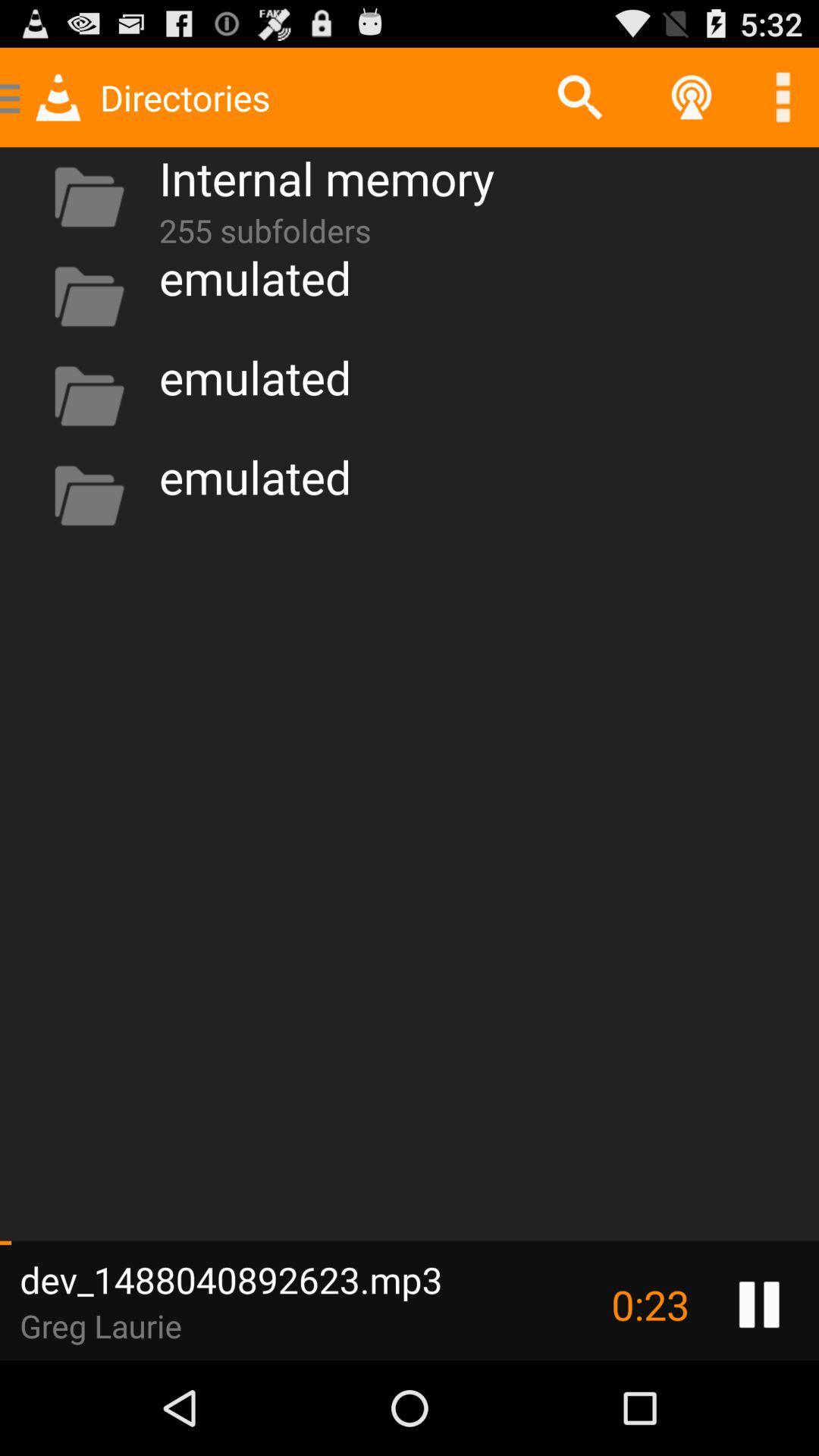 This screenshot has height=1456, width=819. Describe the element at coordinates (783, 96) in the screenshot. I see `more options button` at that location.